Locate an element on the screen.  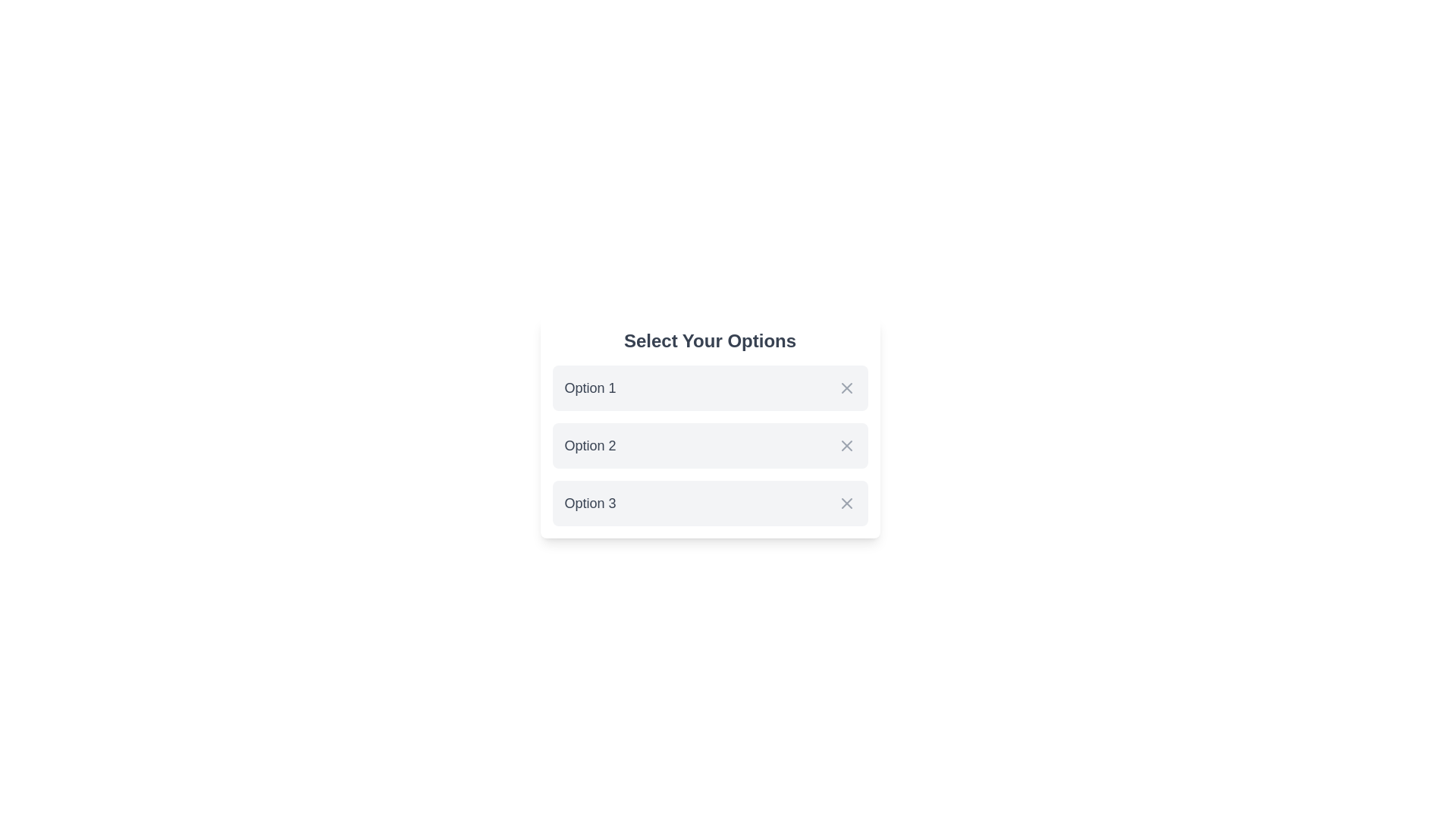
the text label for 'Option 3' to potentially receive visual feedback is located at coordinates (589, 503).